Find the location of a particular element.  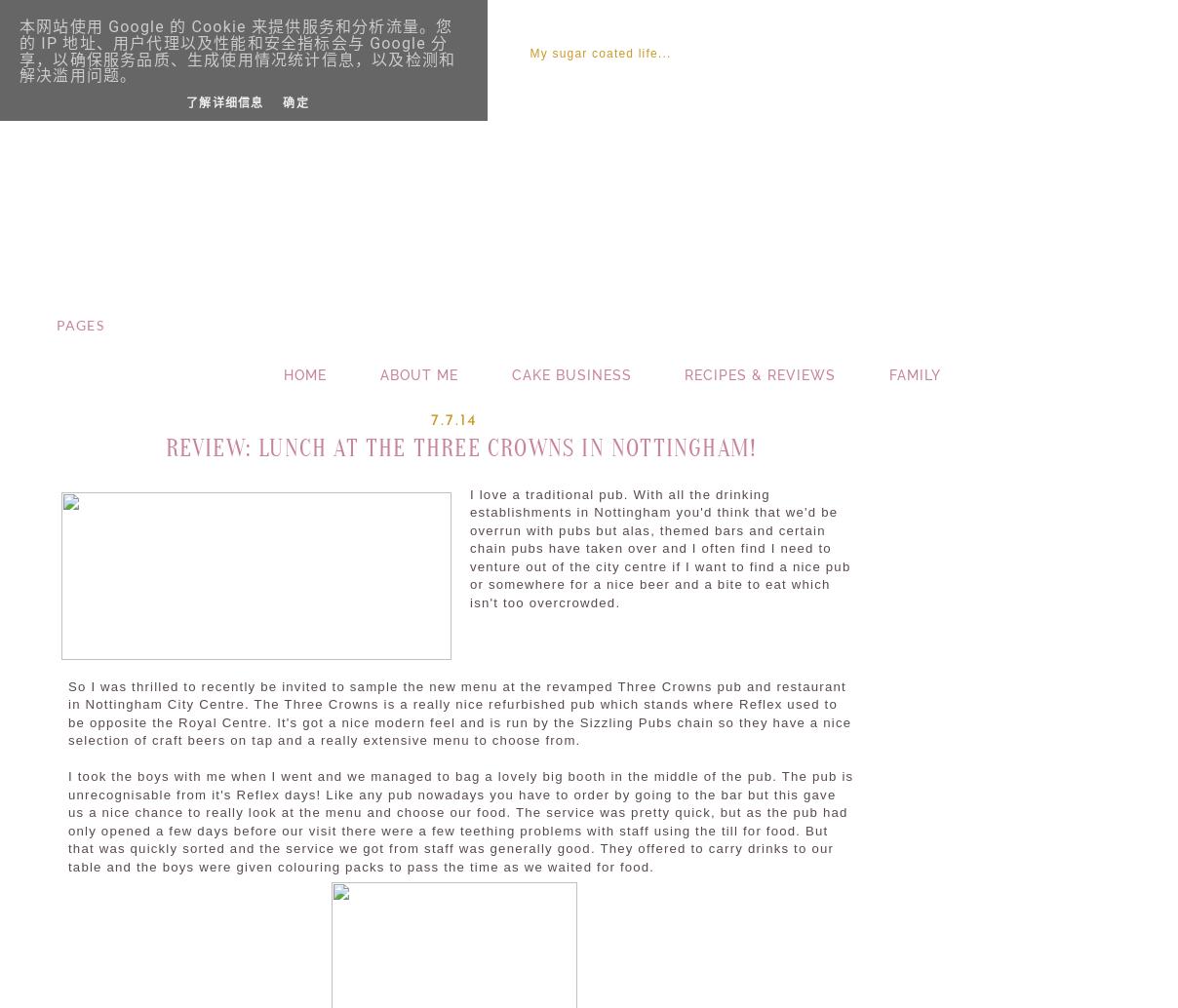

'Family' is located at coordinates (914, 373).